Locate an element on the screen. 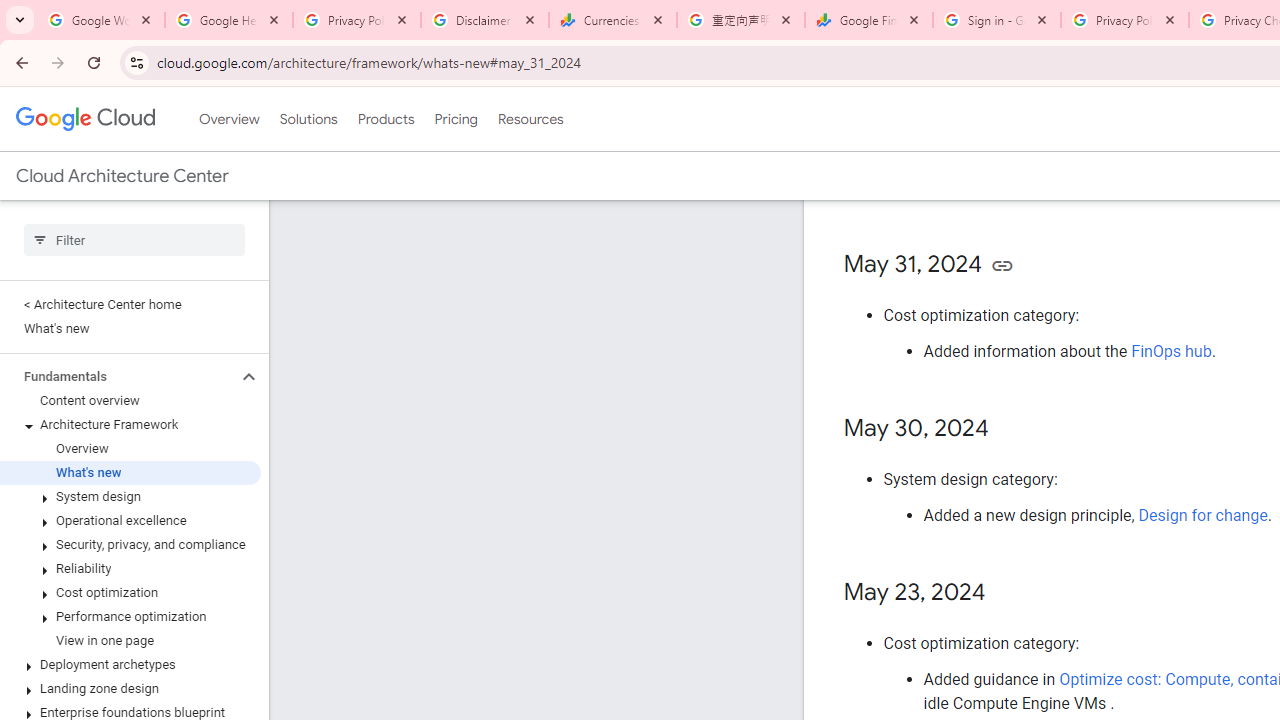 The width and height of the screenshot is (1280, 720). 'Cost optimization' is located at coordinates (129, 591).